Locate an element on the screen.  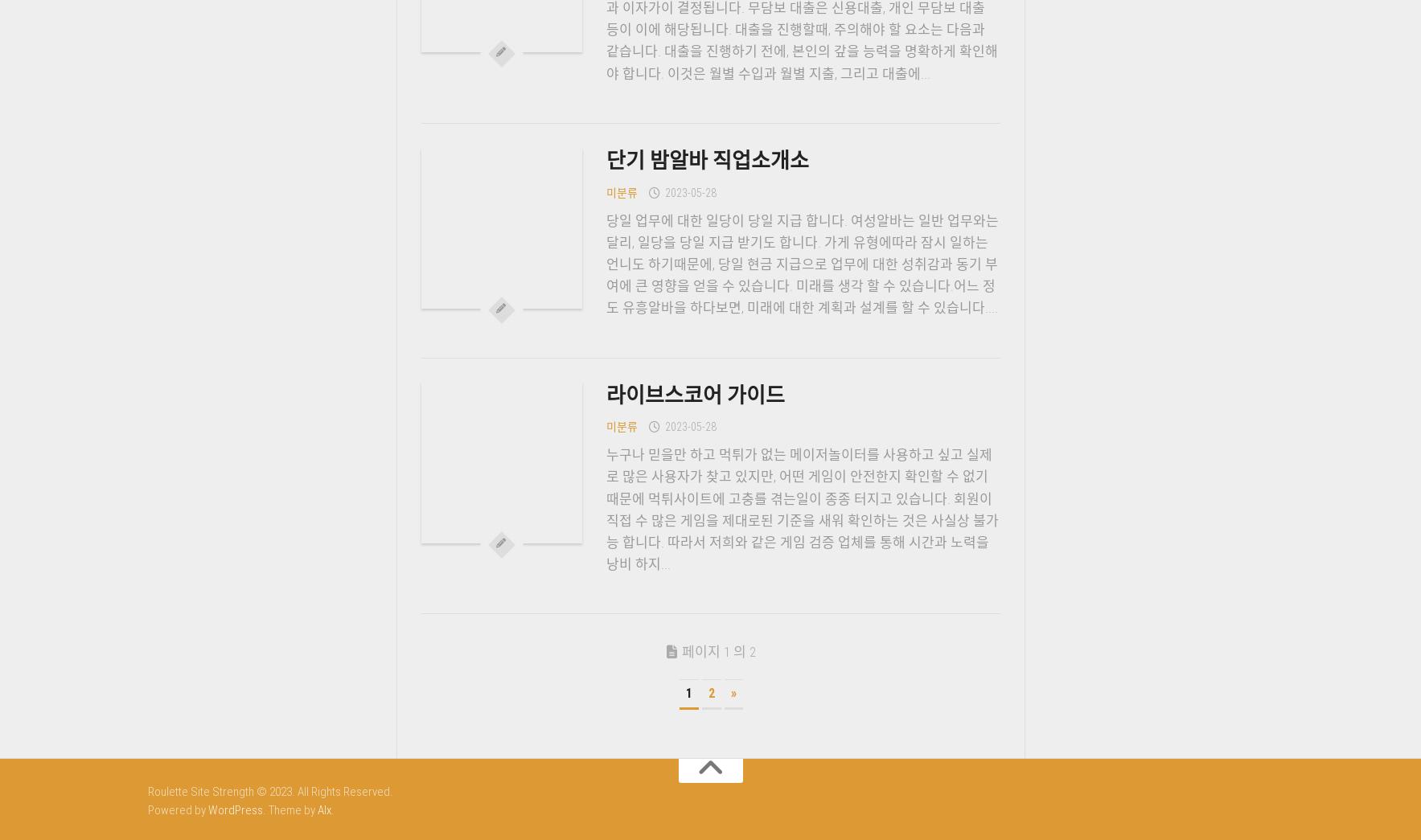
'Powered by' is located at coordinates (146, 809).